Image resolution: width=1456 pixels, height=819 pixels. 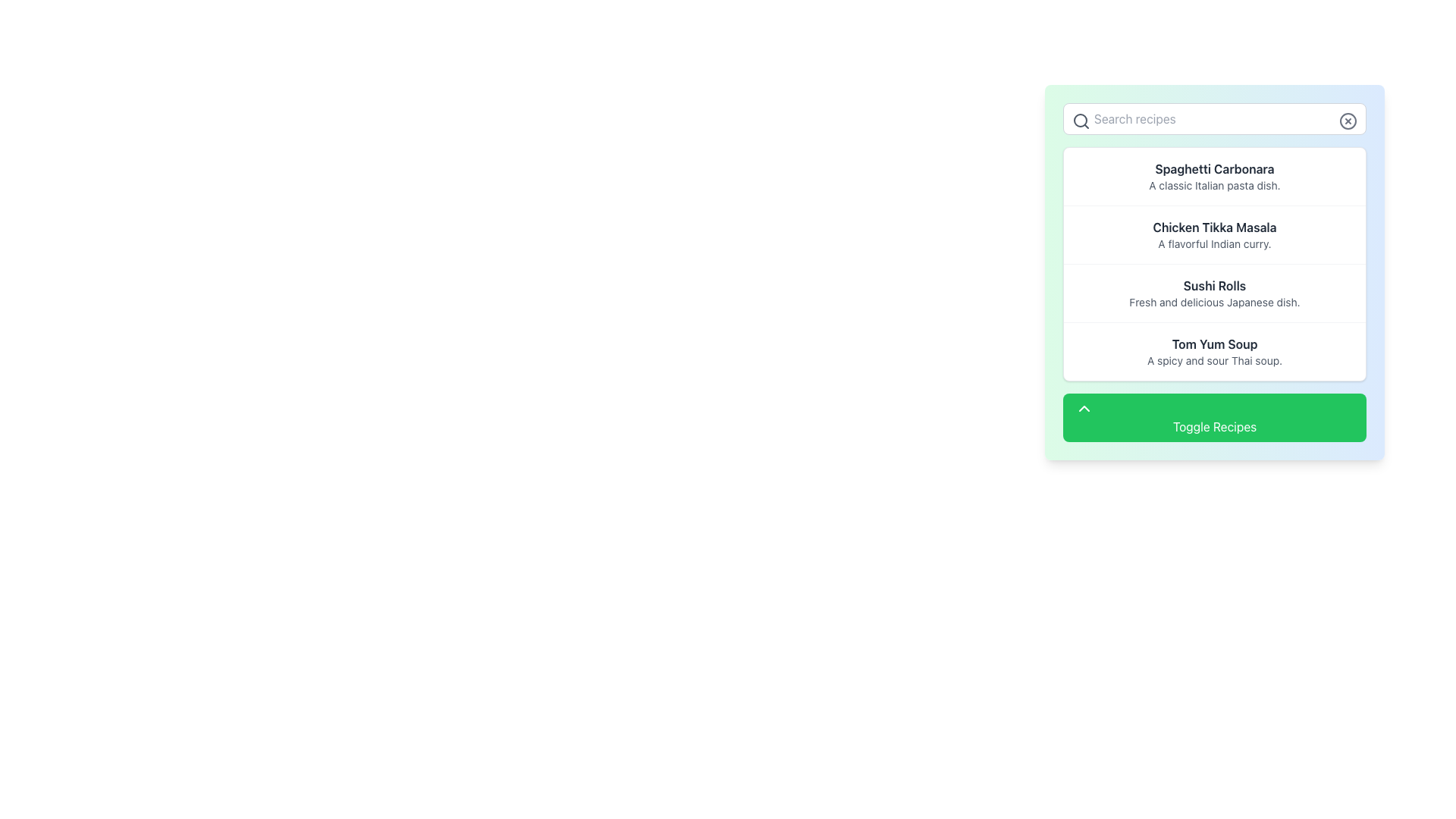 I want to click on the text label displaying 'Tom Yum Soup', which is positioned in the lower section of a recipe list, centered horizontally and slightly towards the bottom vertically, so click(x=1215, y=344).